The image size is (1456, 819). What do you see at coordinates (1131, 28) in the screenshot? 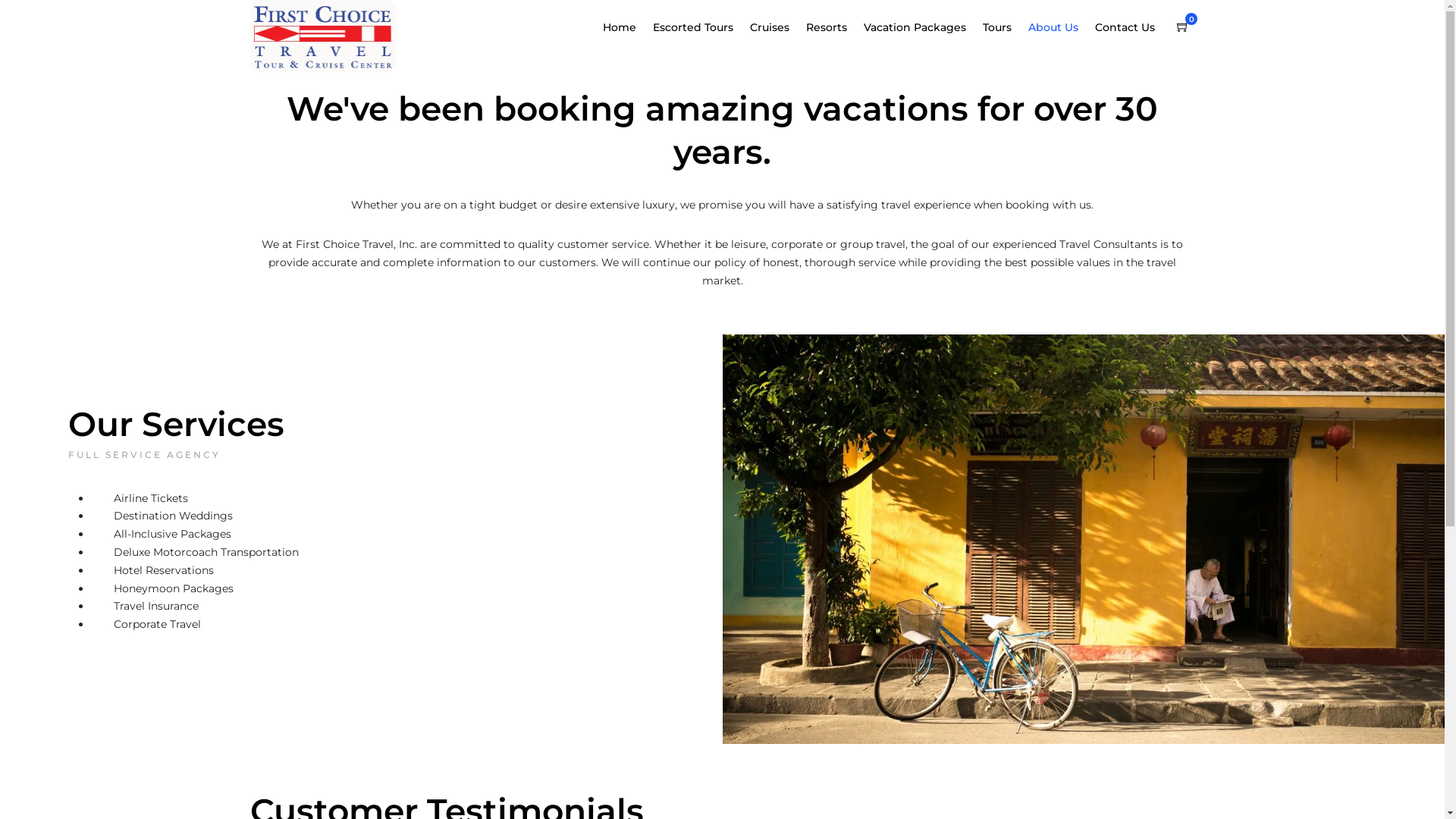
I see `'Contact Us'` at bounding box center [1131, 28].